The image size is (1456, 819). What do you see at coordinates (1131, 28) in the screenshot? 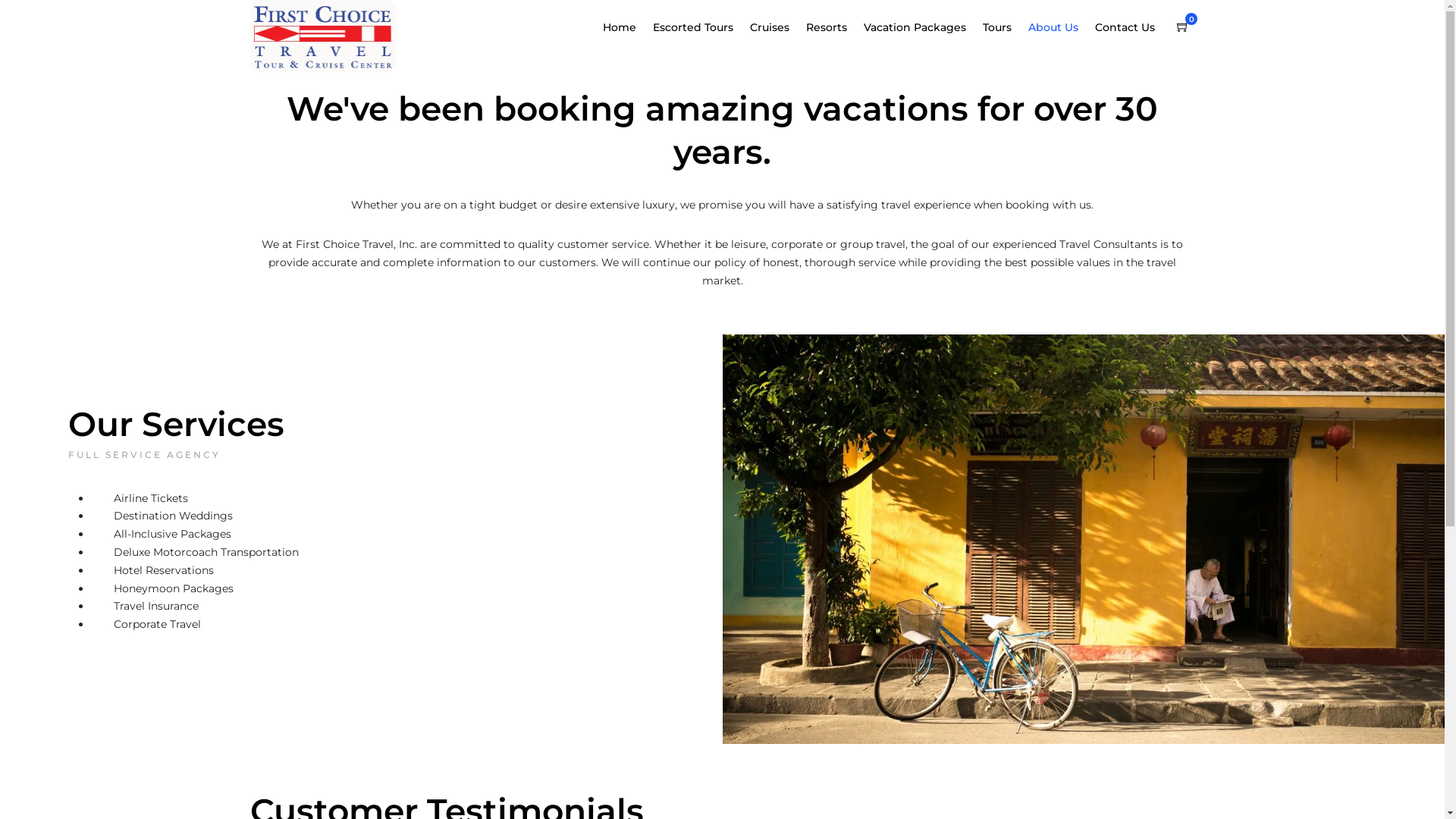
I see `'Contact Us'` at bounding box center [1131, 28].